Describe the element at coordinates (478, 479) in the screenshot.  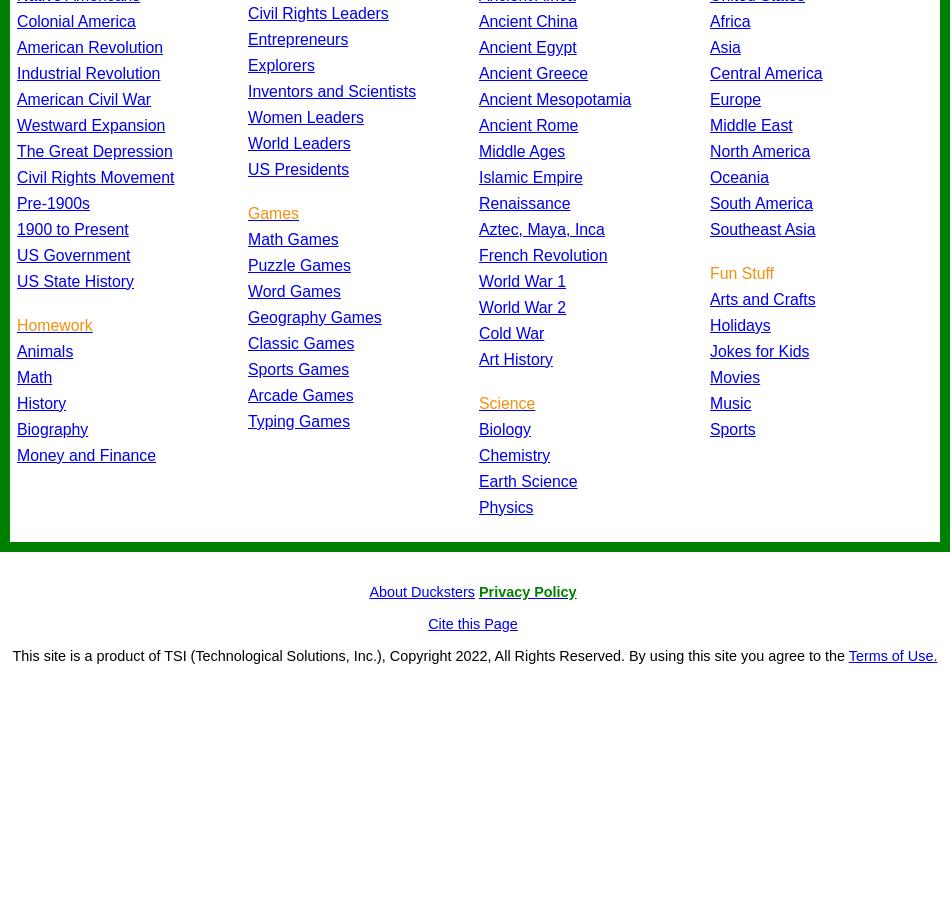
I see `'Earth Science'` at that location.